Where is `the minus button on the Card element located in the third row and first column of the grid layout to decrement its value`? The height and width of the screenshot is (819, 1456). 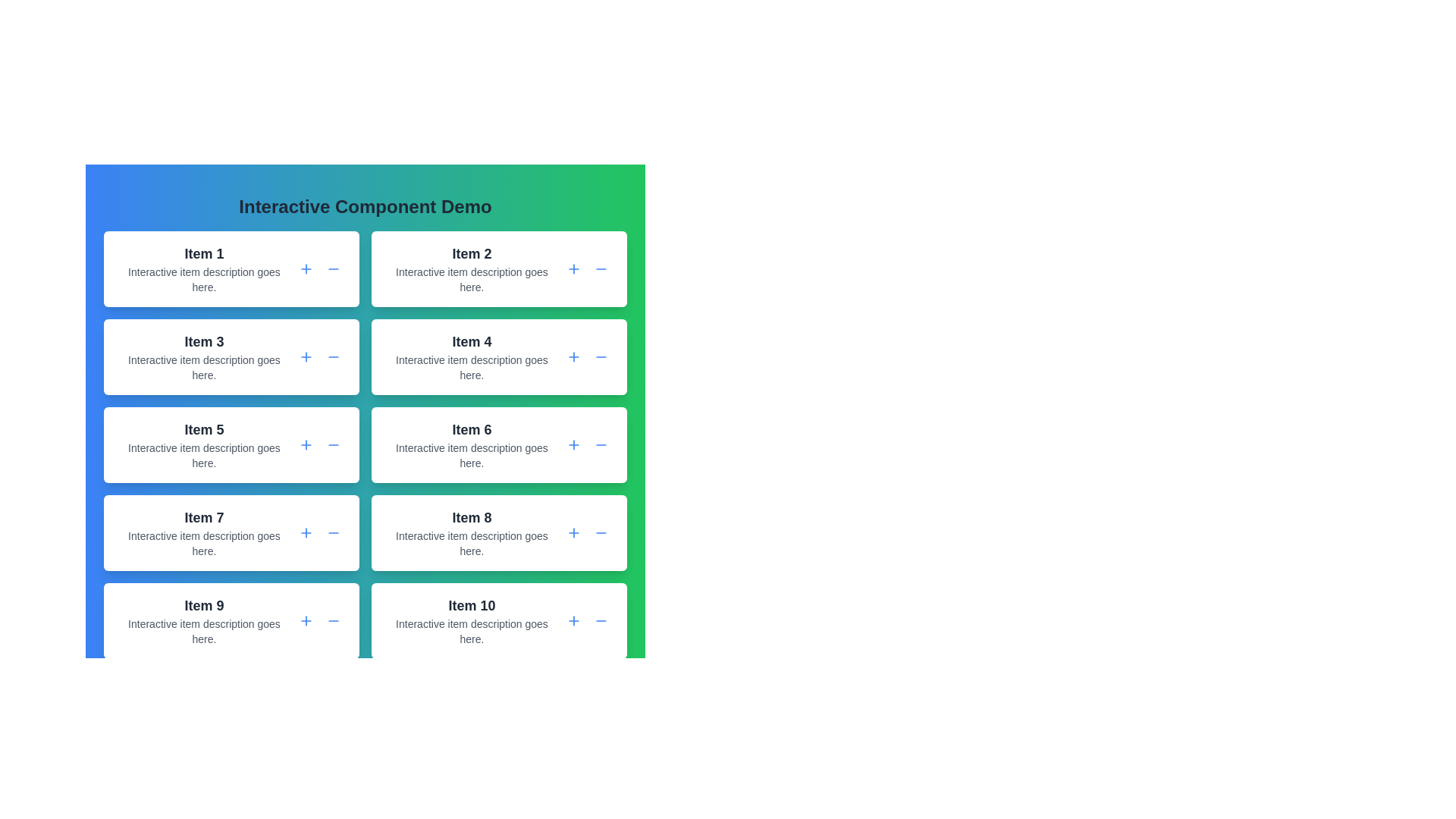
the minus button on the Card element located in the third row and first column of the grid layout to decrement its value is located at coordinates (231, 444).